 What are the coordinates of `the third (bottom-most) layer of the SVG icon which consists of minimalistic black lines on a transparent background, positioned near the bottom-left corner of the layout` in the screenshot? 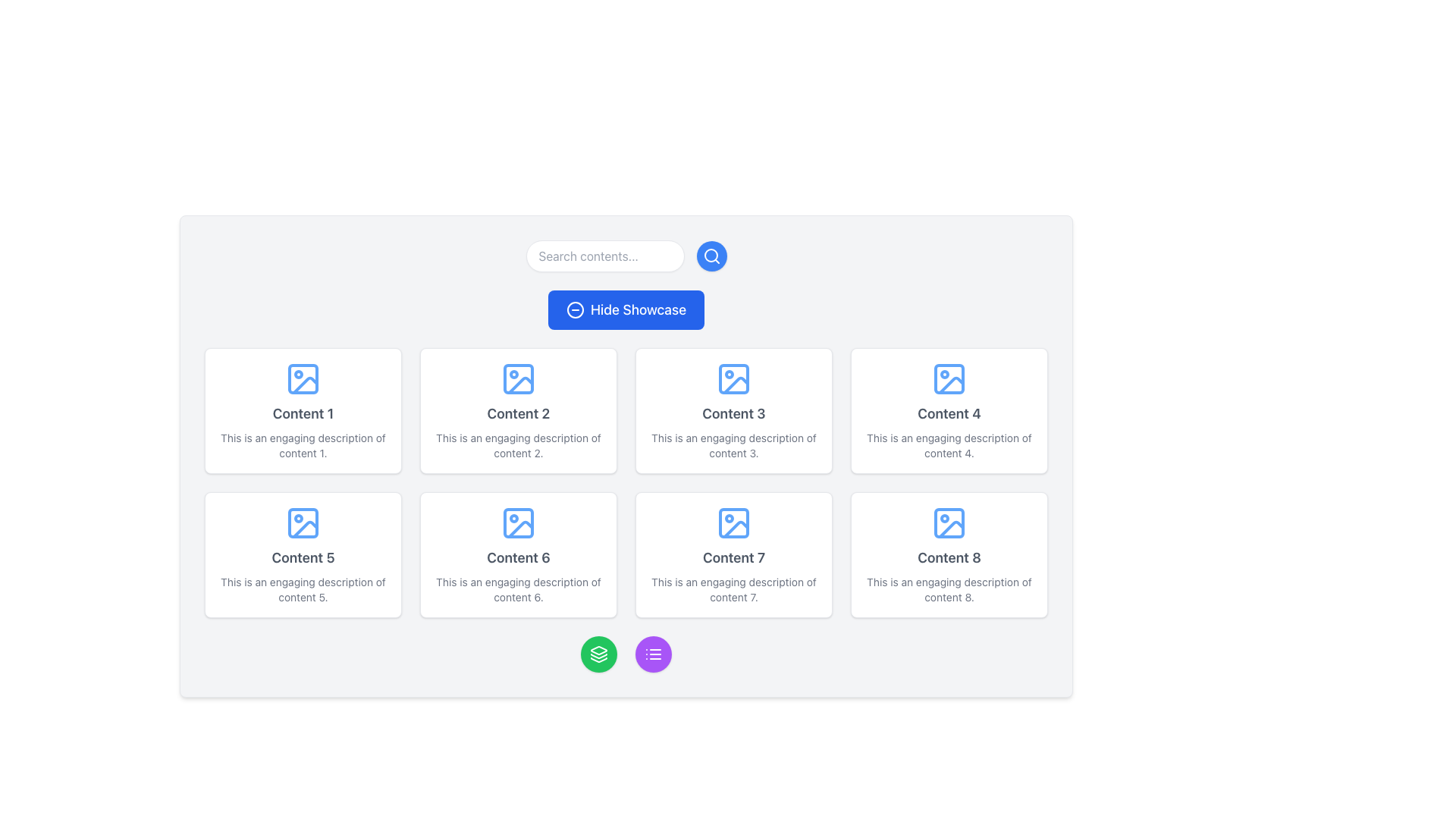 It's located at (598, 659).